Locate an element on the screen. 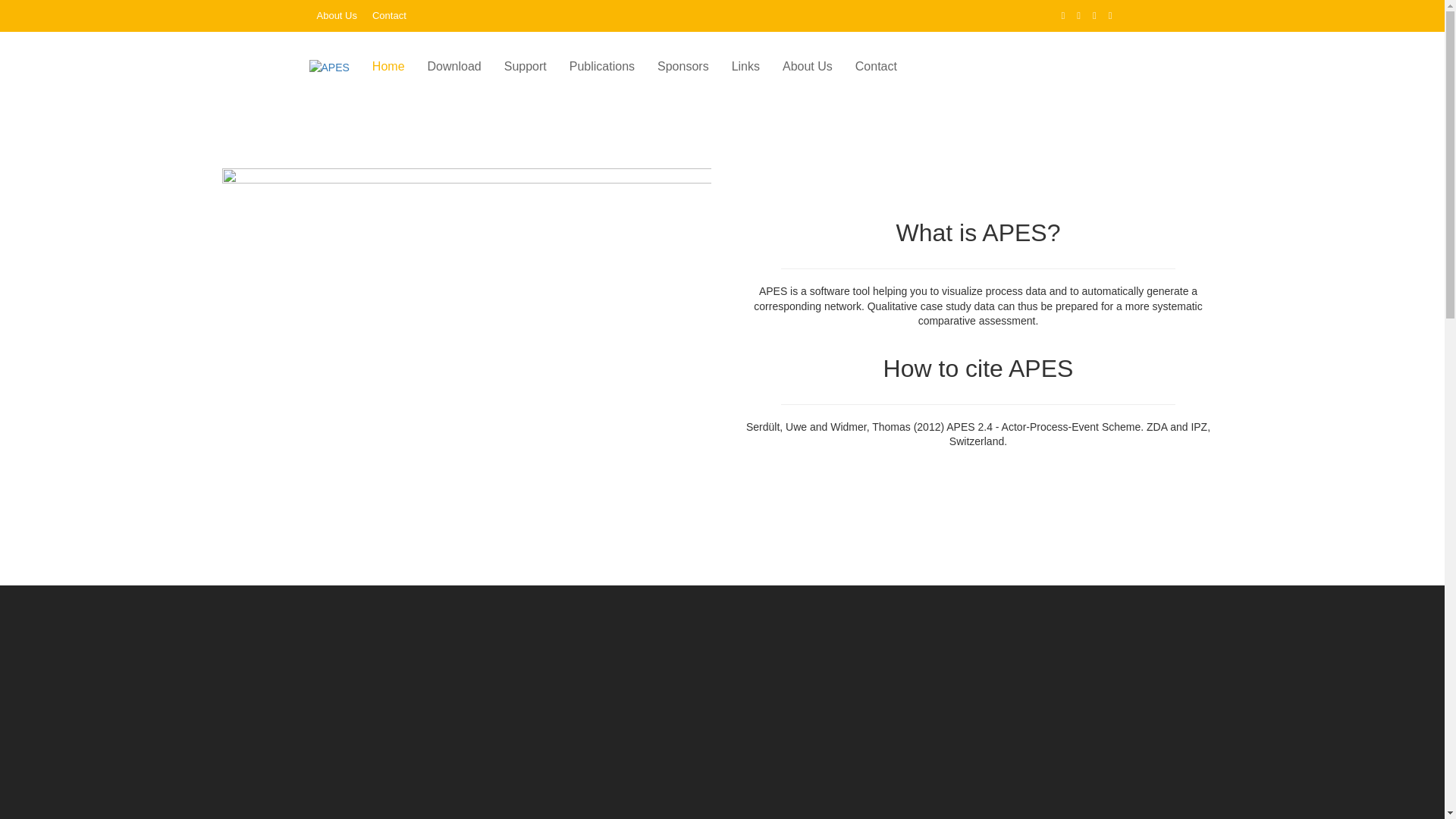 The height and width of the screenshot is (819, 1456). 'Home' is located at coordinates (359, 66).